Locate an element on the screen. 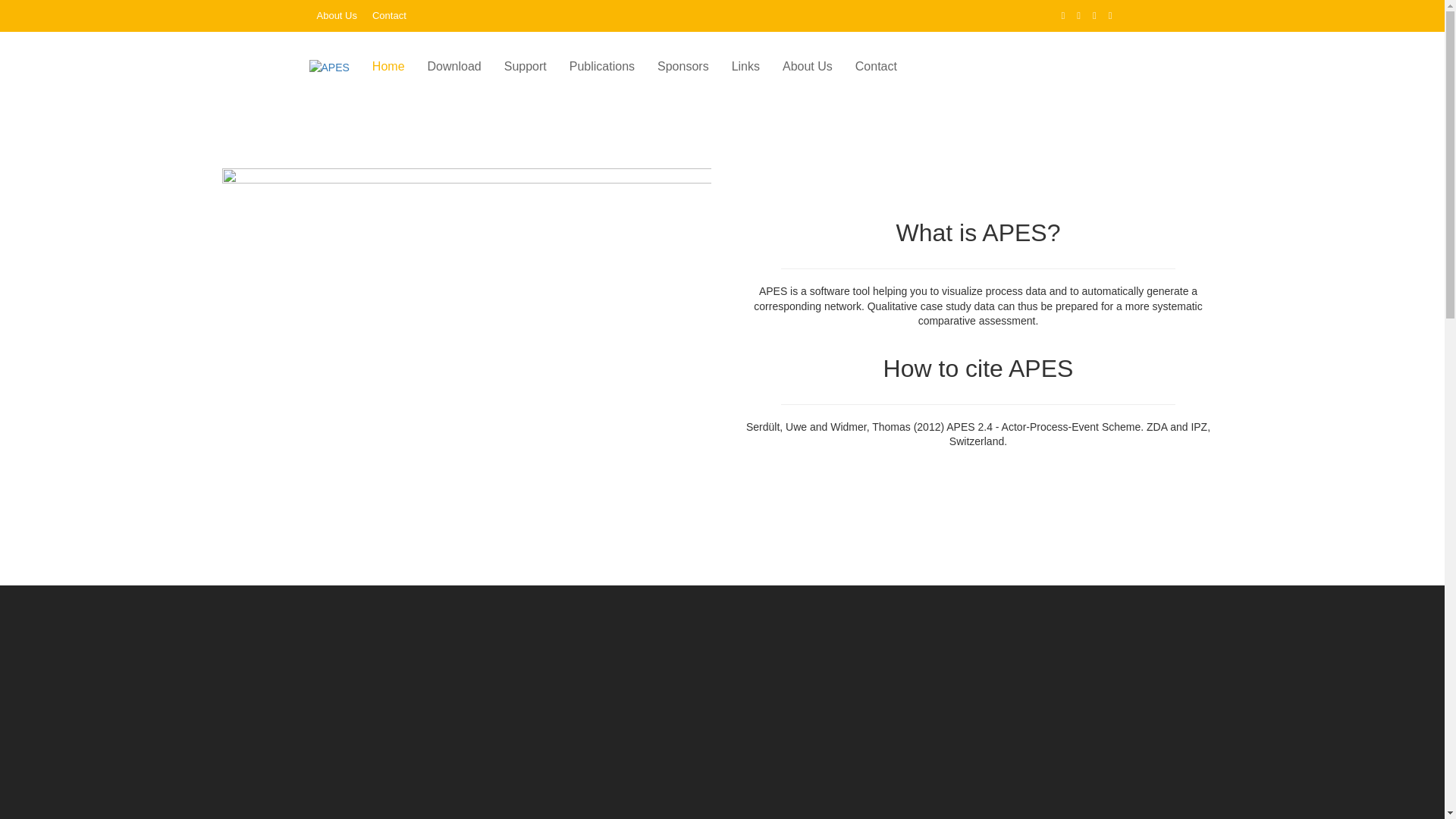 The height and width of the screenshot is (819, 1456). 'Home' is located at coordinates (359, 66).